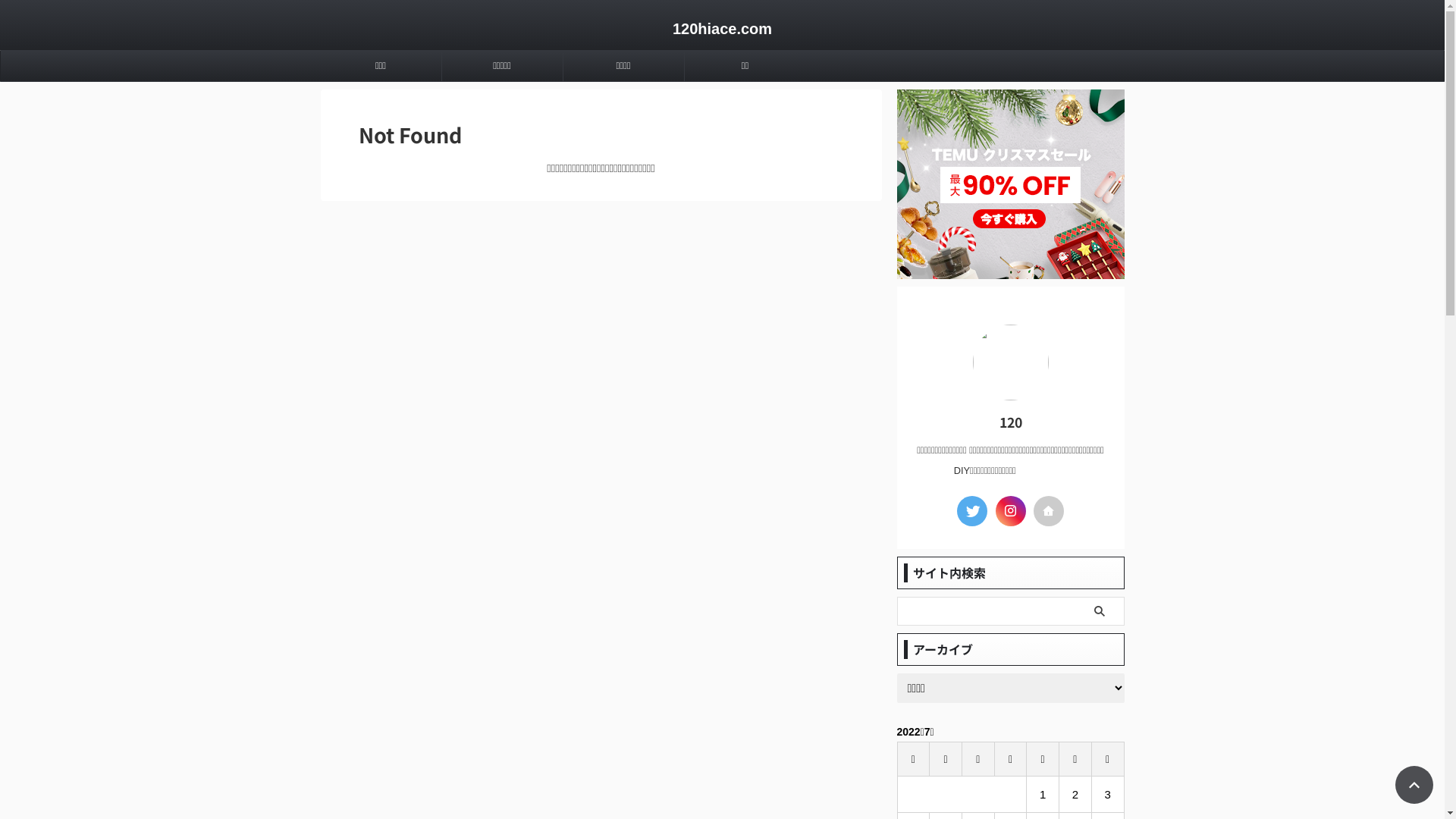 This screenshot has height=819, width=1456. Describe the element at coordinates (721, 29) in the screenshot. I see `'120hiace.com'` at that location.